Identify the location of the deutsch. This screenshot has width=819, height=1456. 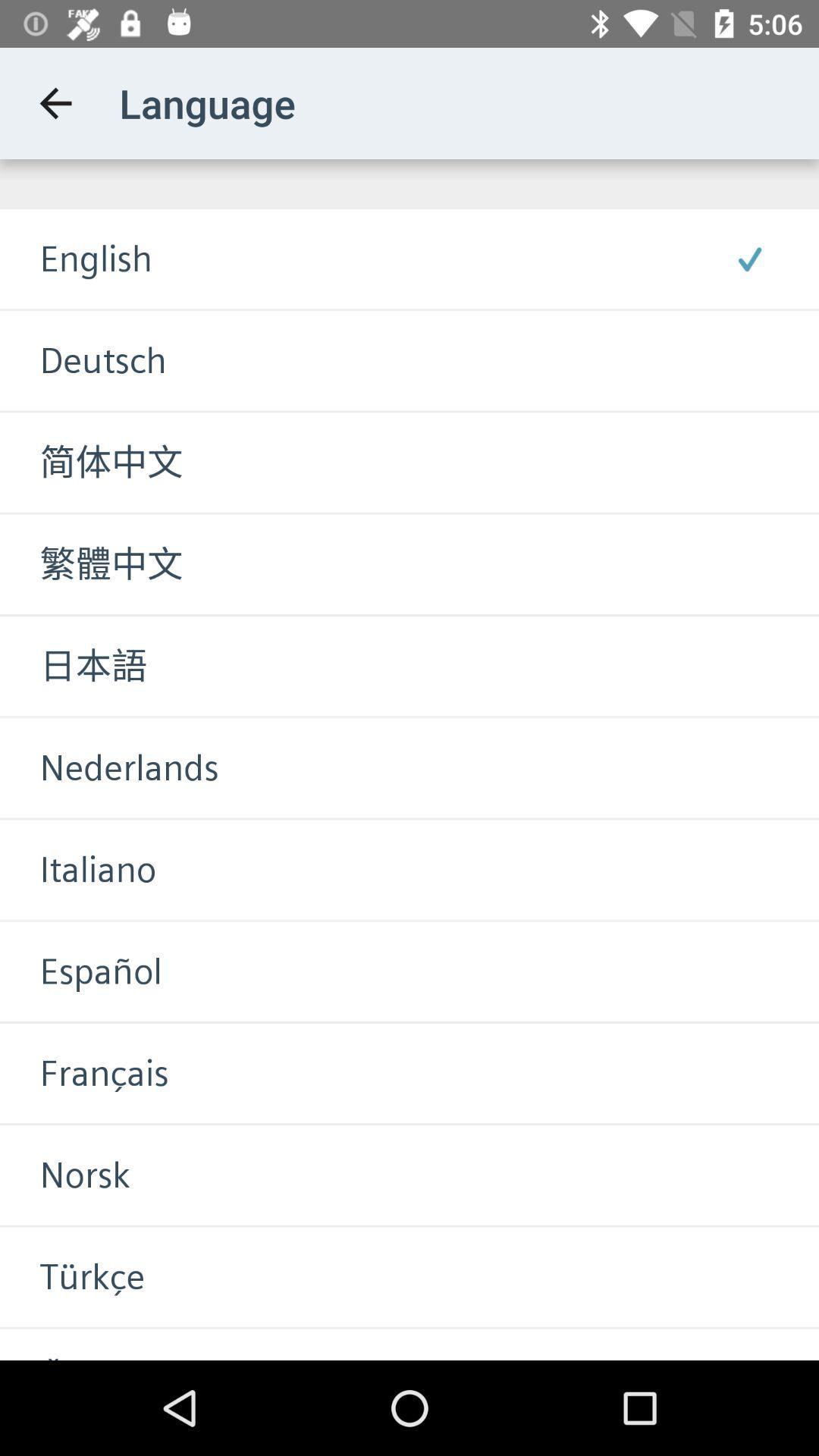
(83, 359).